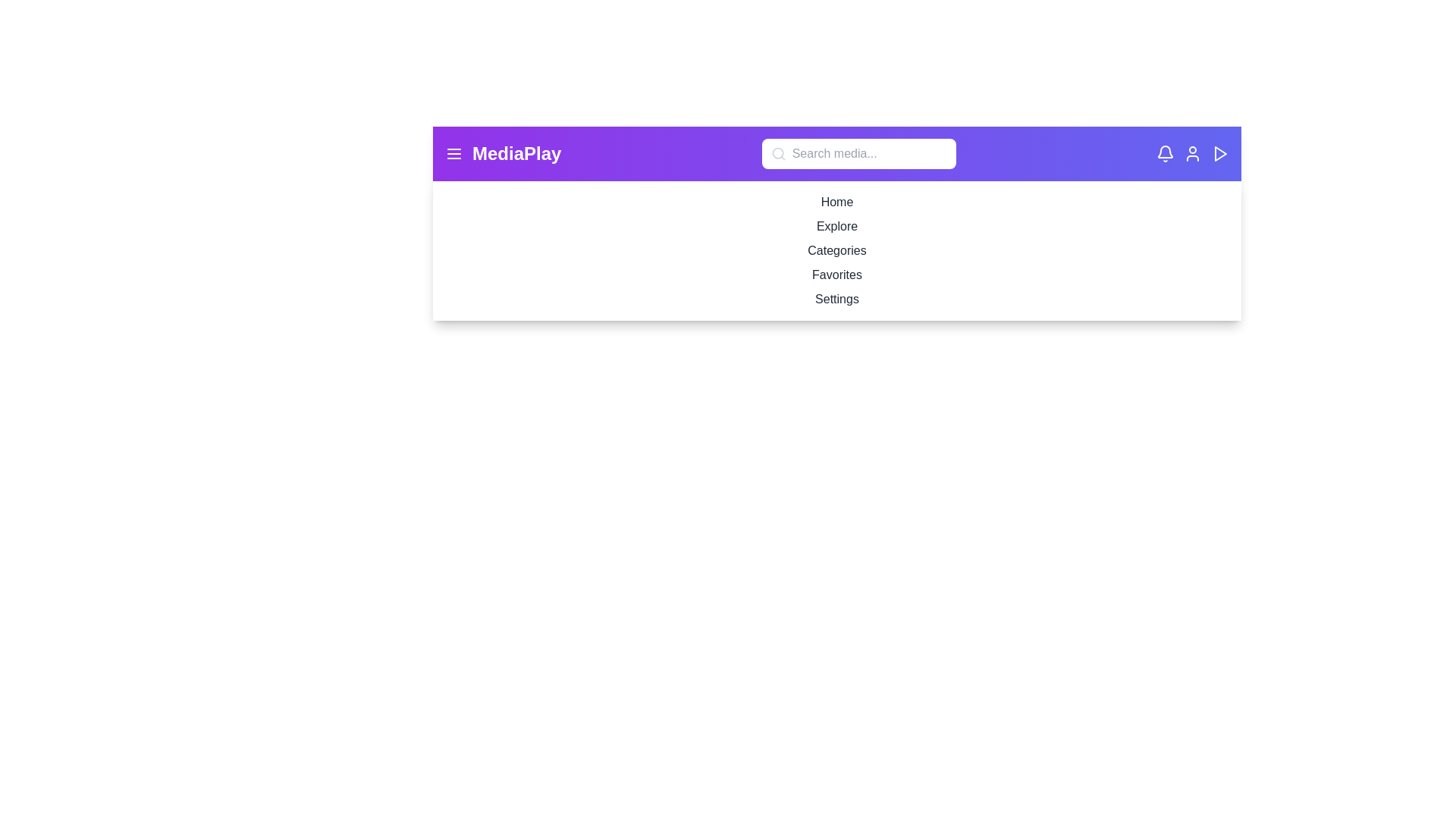  I want to click on the text input box with placeholder text 'Search media...' located in the top section of the interface, next to 'MediaPlay', so click(858, 154).